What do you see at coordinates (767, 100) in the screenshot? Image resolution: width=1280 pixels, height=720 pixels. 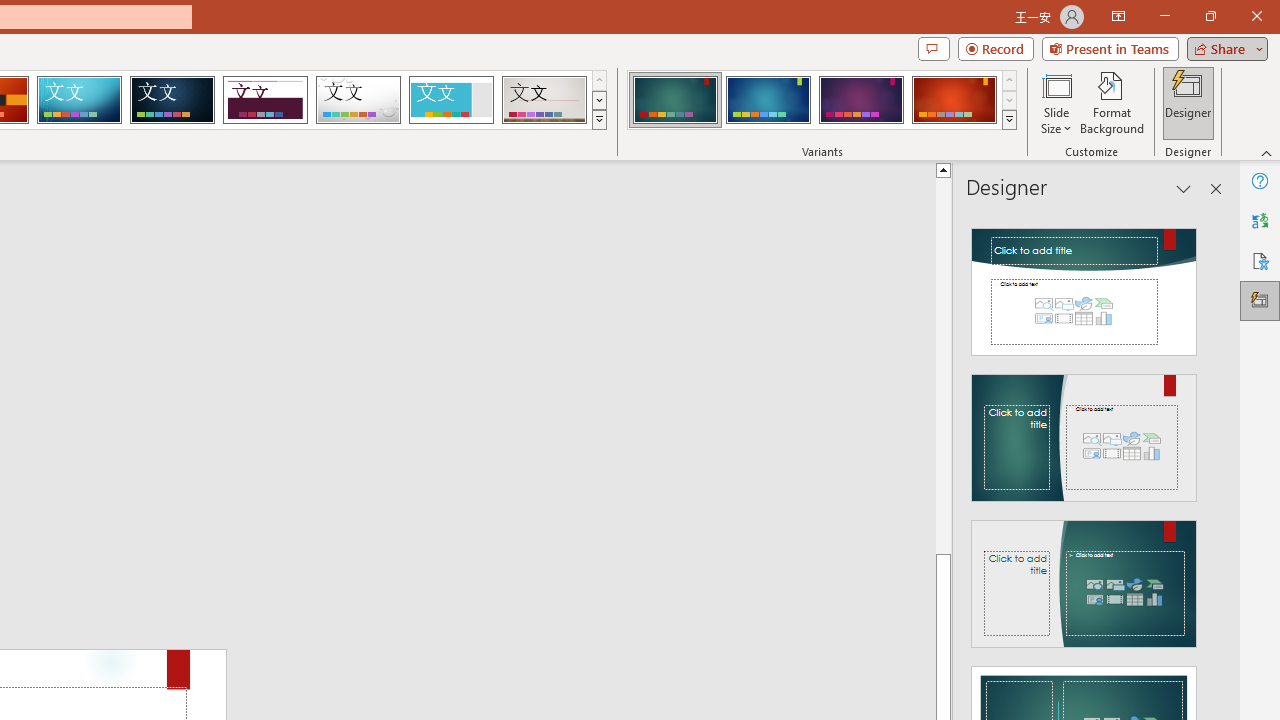 I see `'Ion Variant 2'` at bounding box center [767, 100].